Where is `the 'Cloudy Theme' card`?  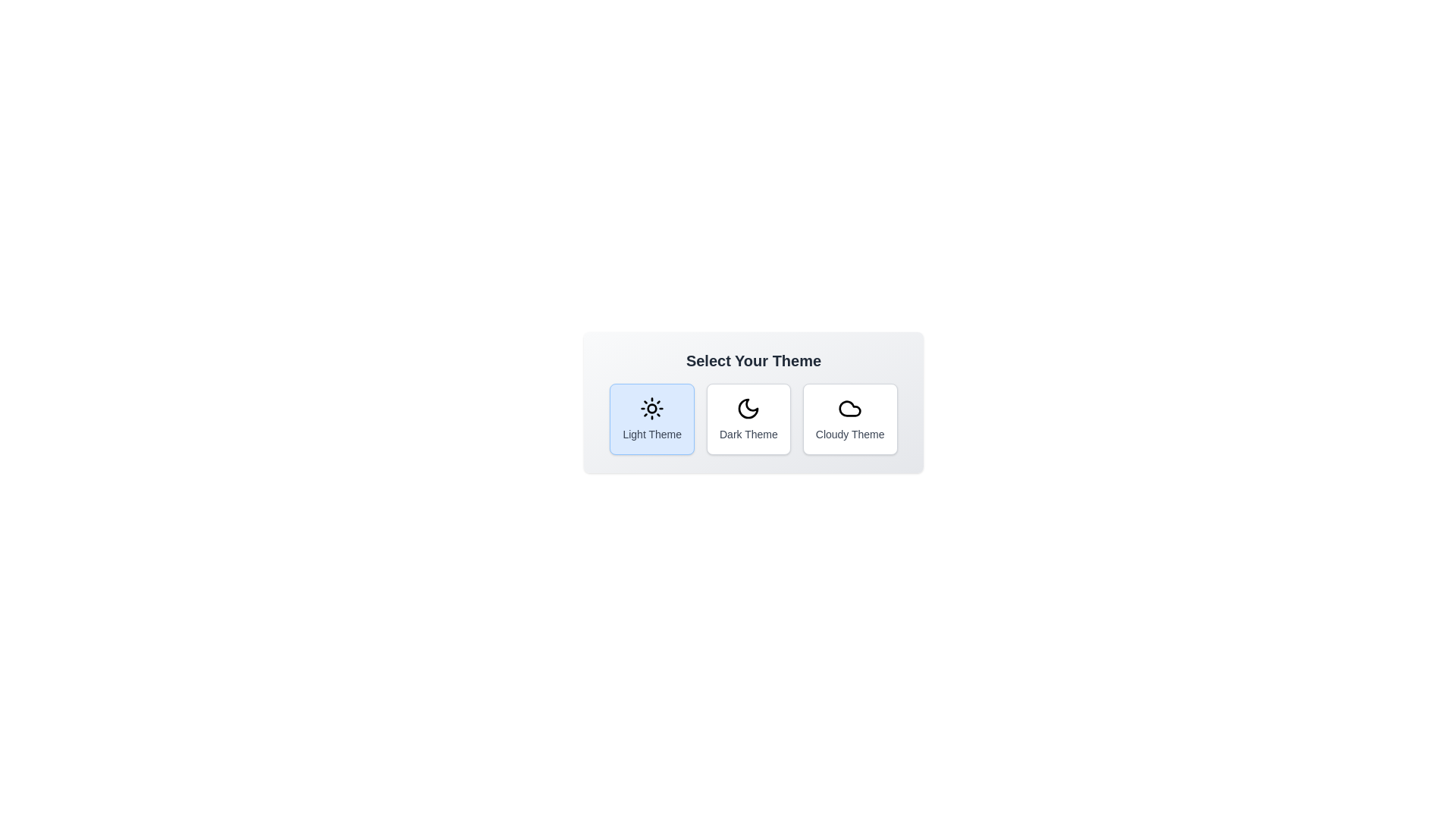
the 'Cloudy Theme' card is located at coordinates (850, 408).